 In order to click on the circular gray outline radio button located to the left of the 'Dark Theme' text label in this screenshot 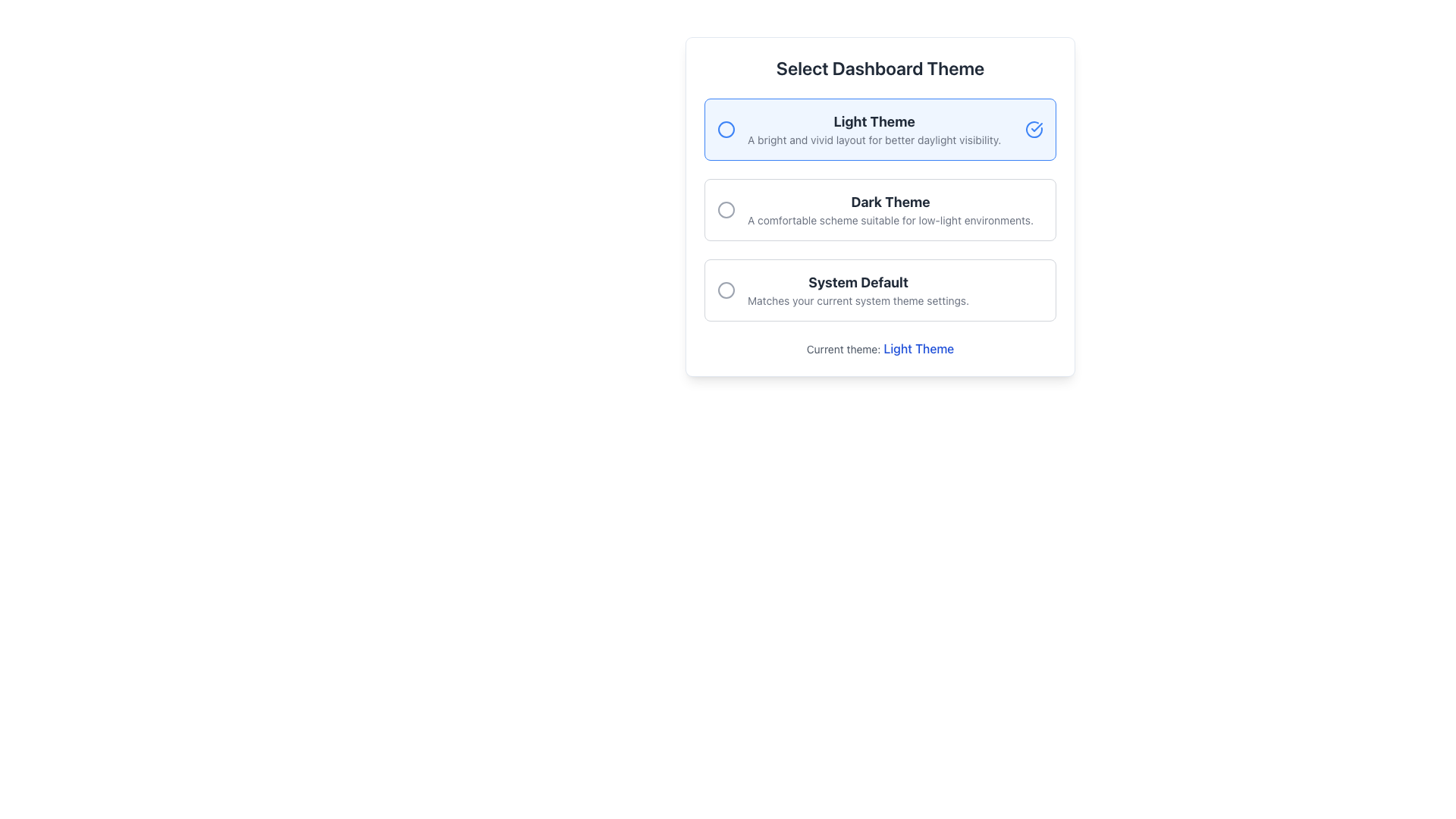, I will do `click(726, 210)`.